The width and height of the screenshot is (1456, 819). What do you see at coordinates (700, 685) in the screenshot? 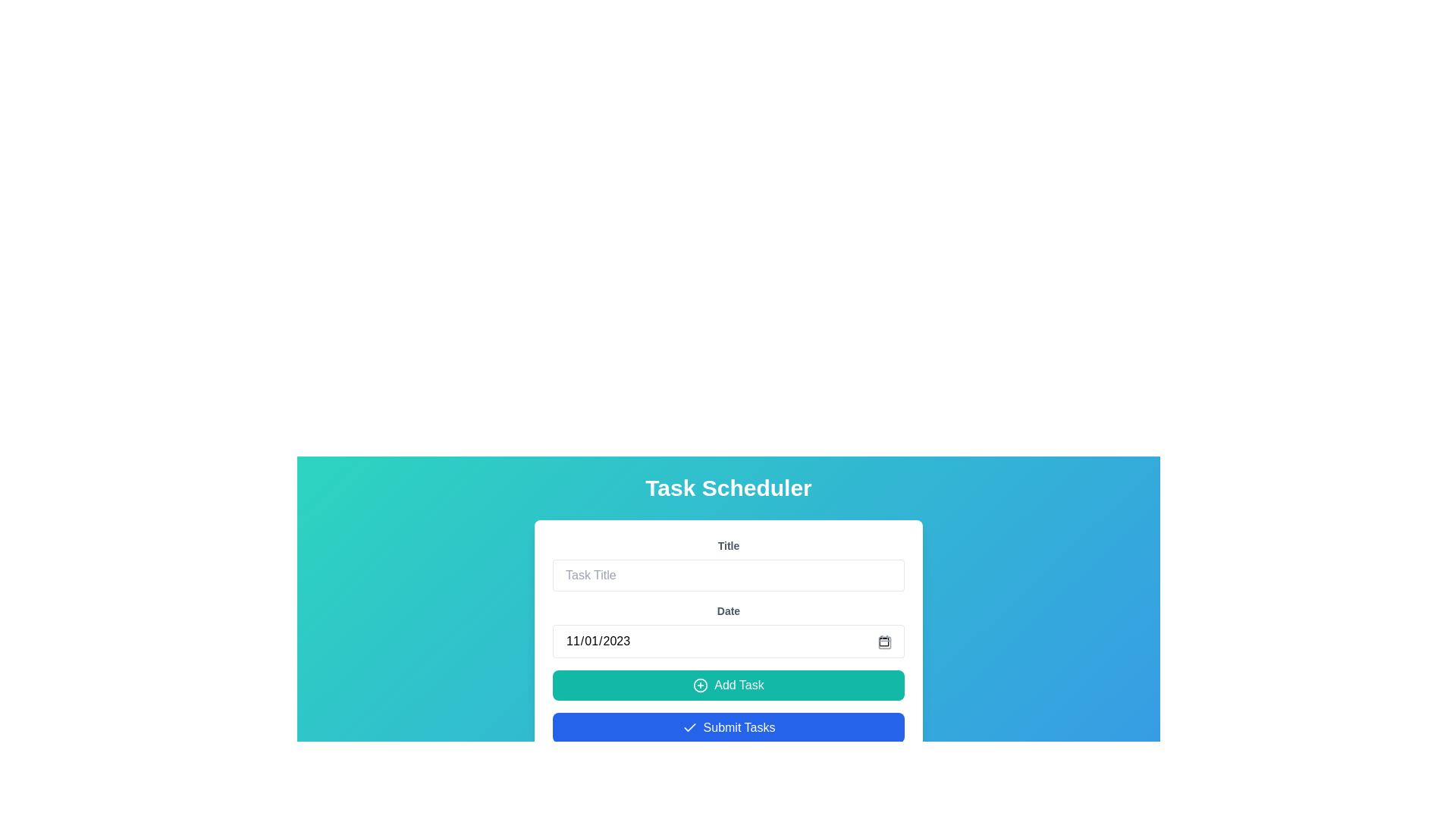
I see `the SVG circle that is part of the '+' symbol graphic located to the left of the 'Add Task' button` at bounding box center [700, 685].